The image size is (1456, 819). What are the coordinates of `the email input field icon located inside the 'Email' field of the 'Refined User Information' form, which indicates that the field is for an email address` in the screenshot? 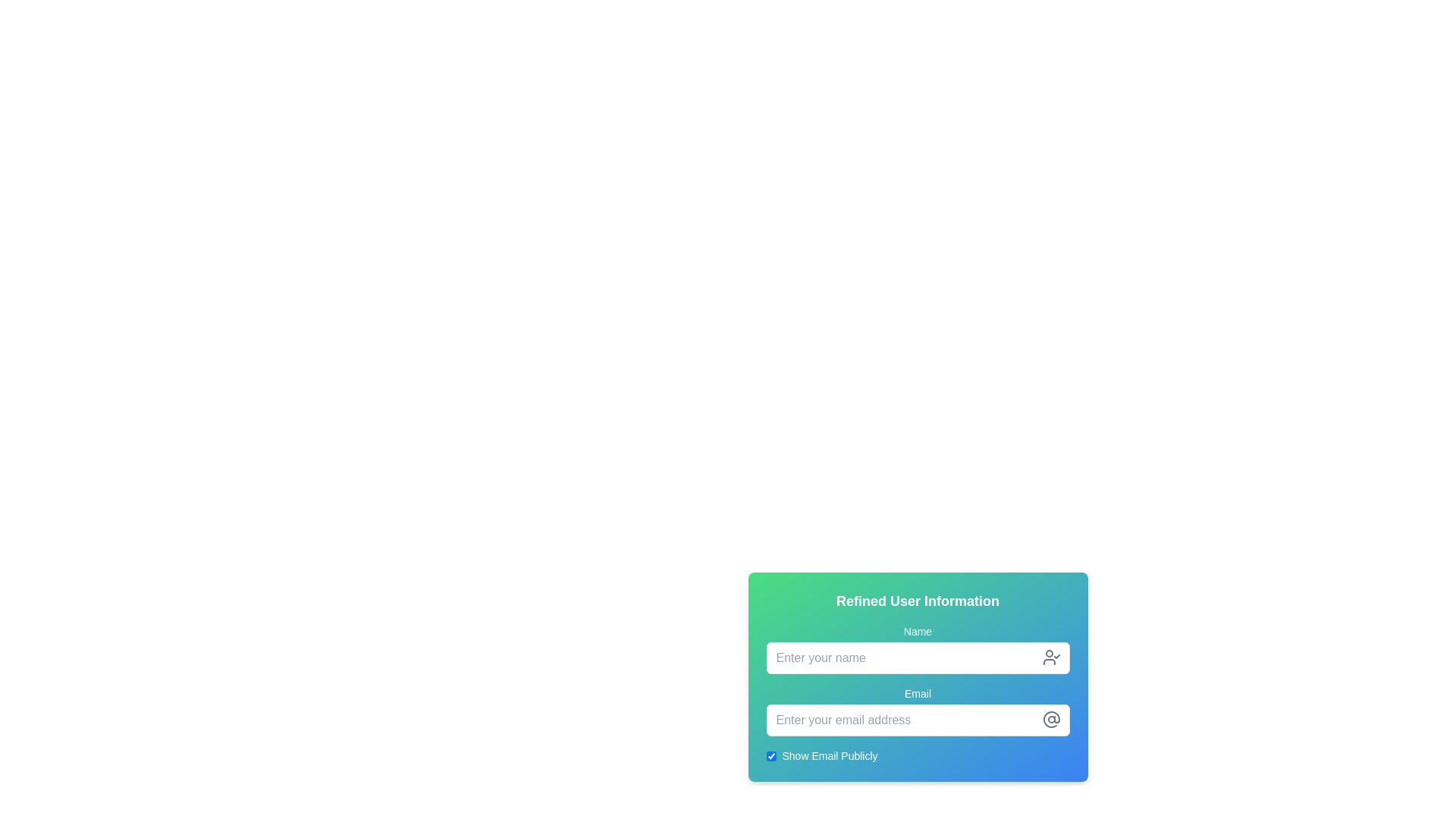 It's located at (1050, 718).